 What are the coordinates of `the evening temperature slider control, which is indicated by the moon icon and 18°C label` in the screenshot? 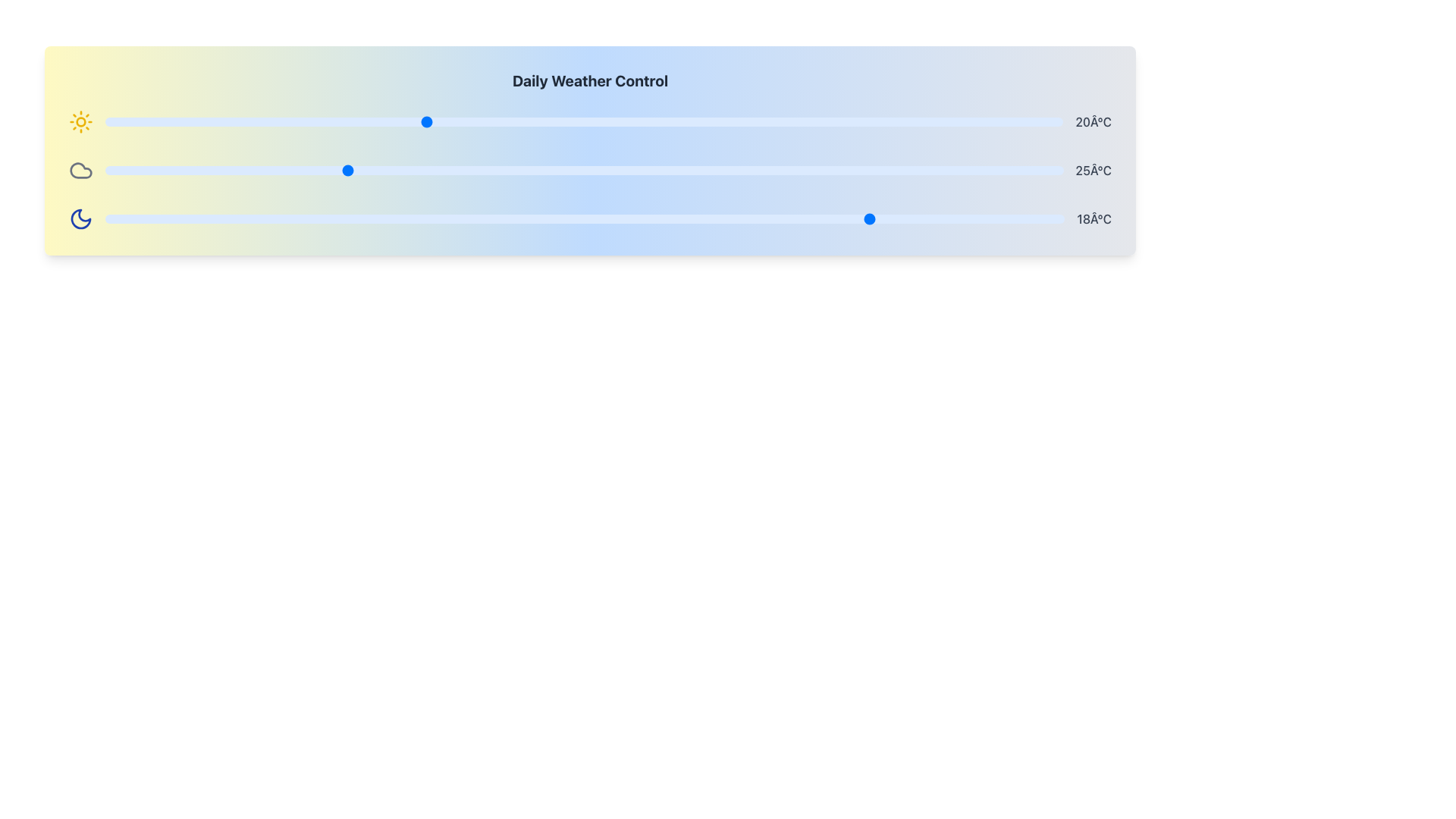 It's located at (589, 219).